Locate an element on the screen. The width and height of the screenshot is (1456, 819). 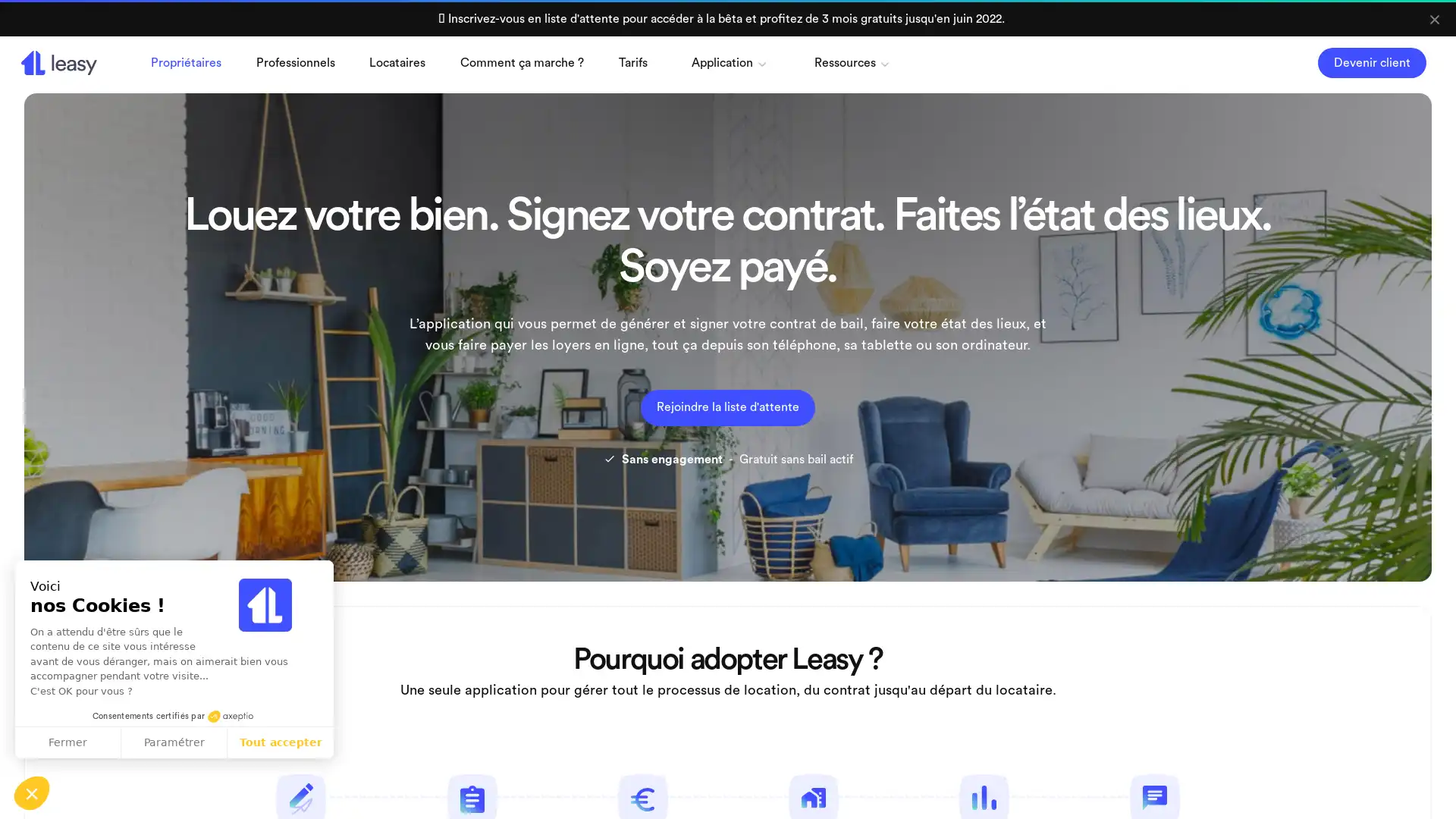
Fermer is located at coordinates (67, 742).